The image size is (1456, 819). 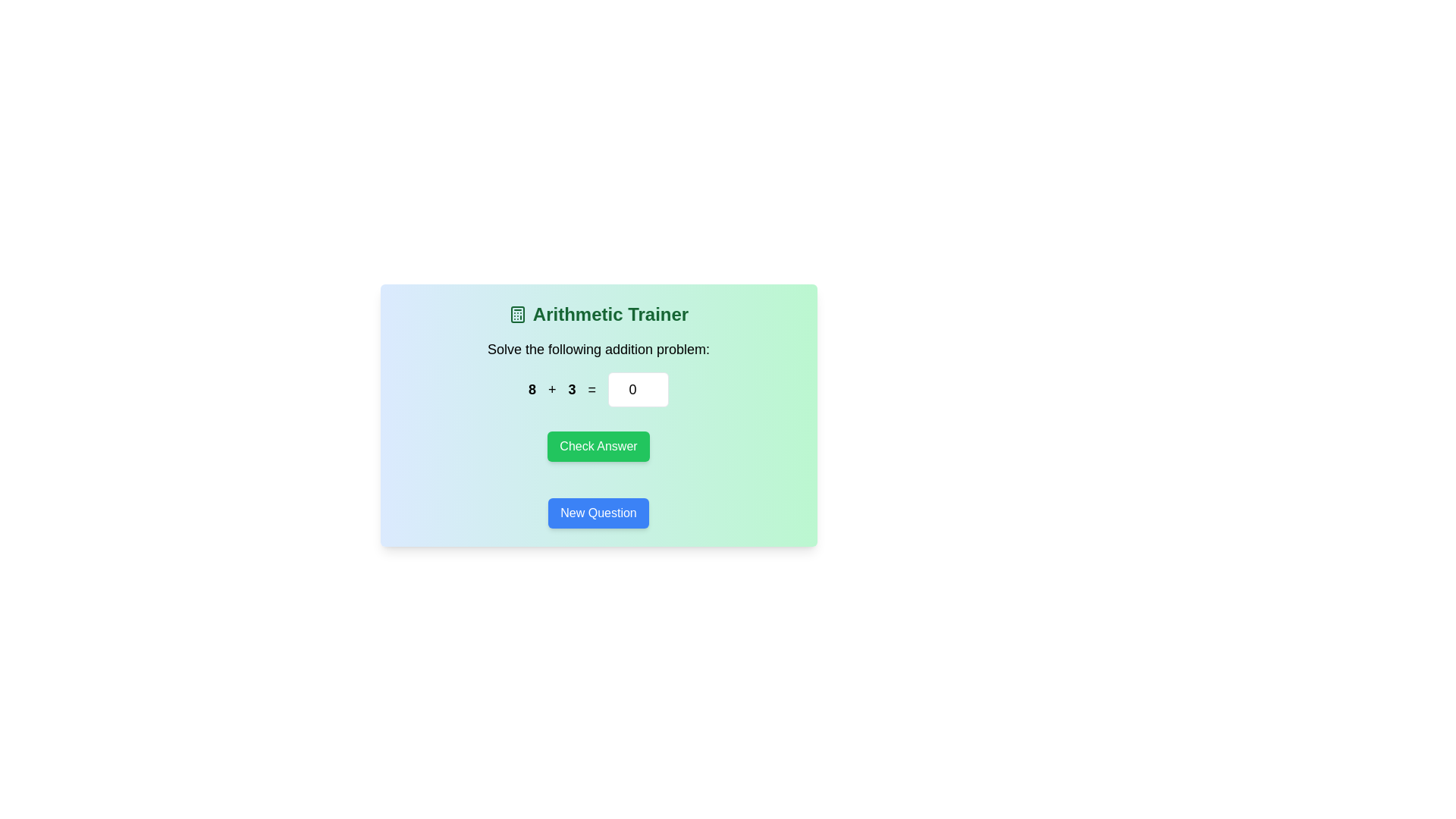 I want to click on the text label displaying the equals sign '=' which is positioned centrally in the arithmetic expression layout, between '3' and an answer input box, so click(x=591, y=388).